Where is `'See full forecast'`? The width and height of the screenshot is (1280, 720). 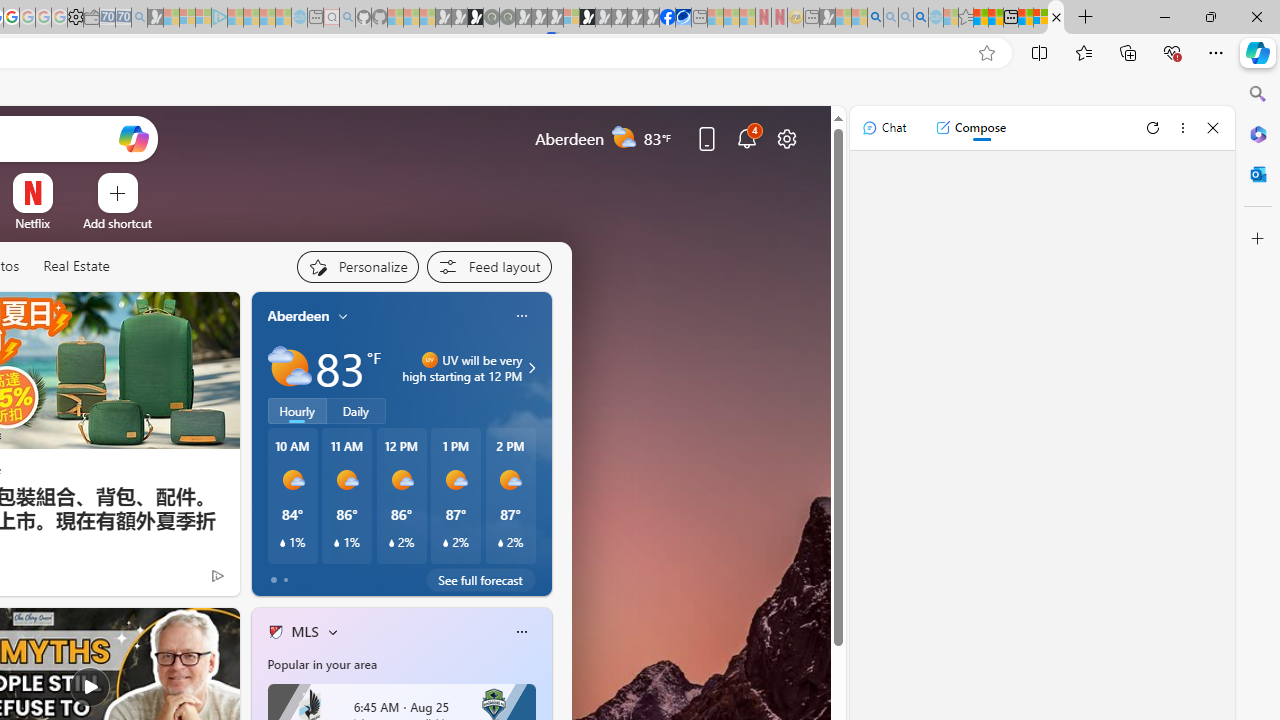
'See full forecast' is located at coordinates (480, 579).